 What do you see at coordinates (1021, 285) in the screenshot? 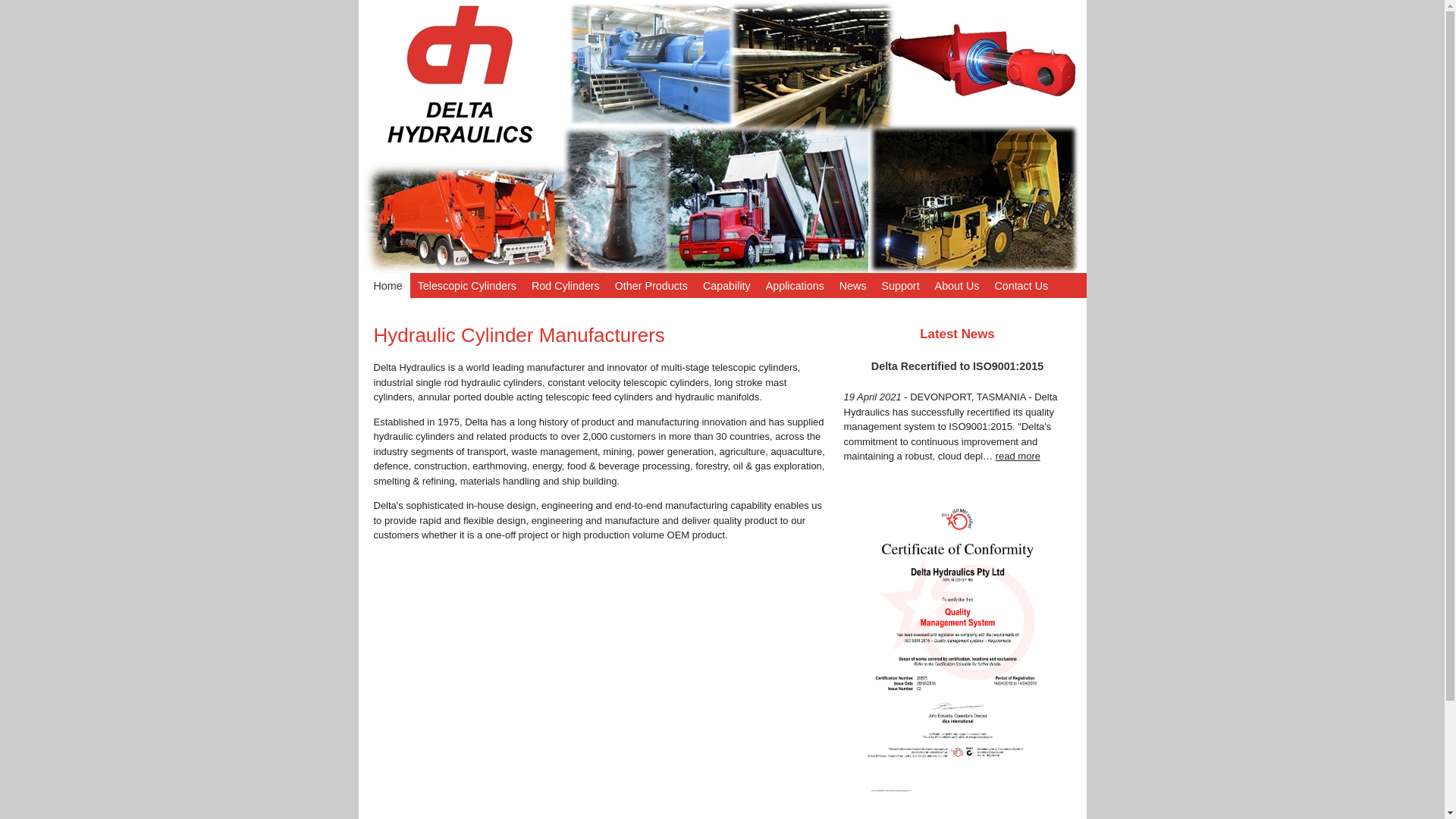
I see `'Contact Us'` at bounding box center [1021, 285].